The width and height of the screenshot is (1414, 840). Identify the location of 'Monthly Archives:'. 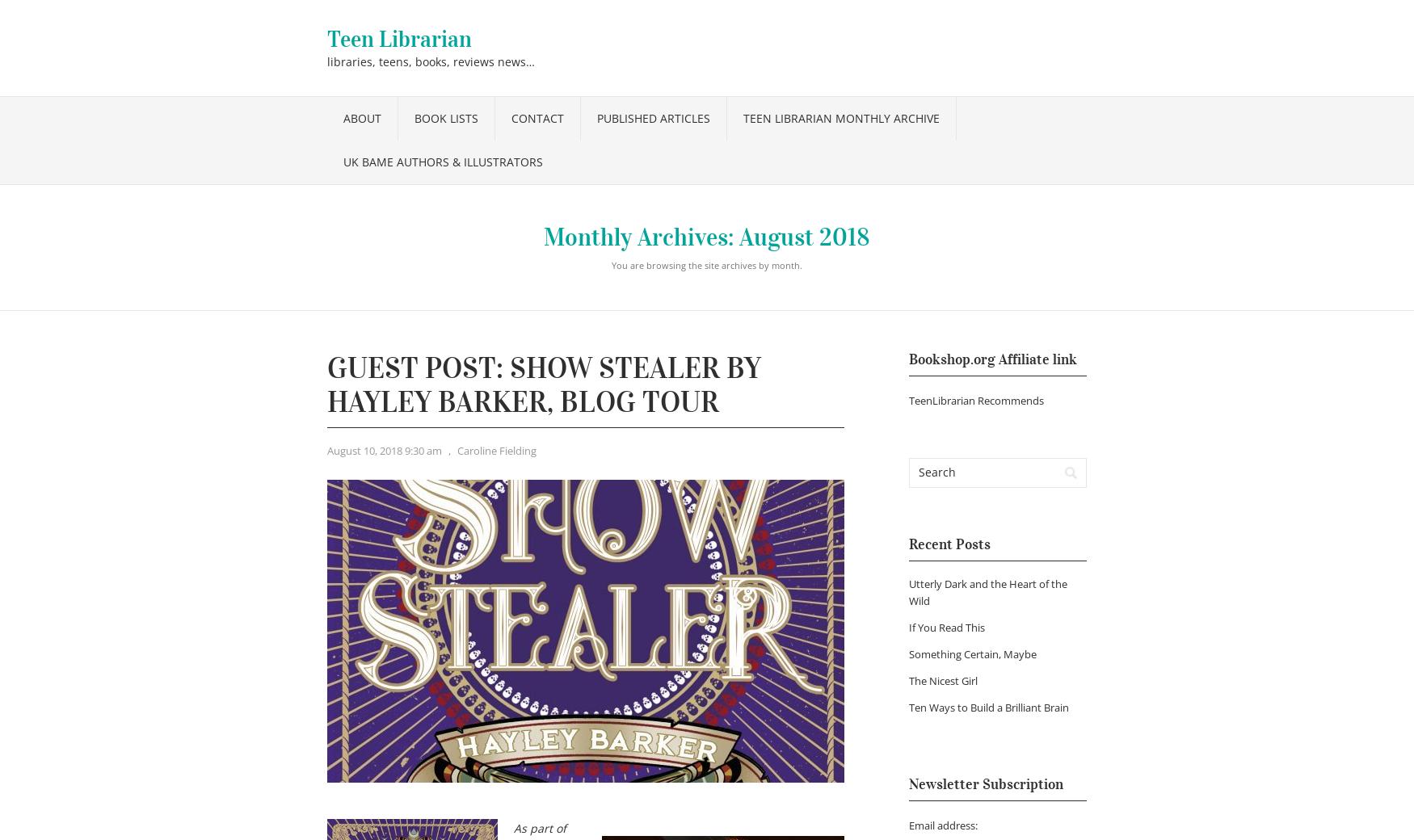
(640, 236).